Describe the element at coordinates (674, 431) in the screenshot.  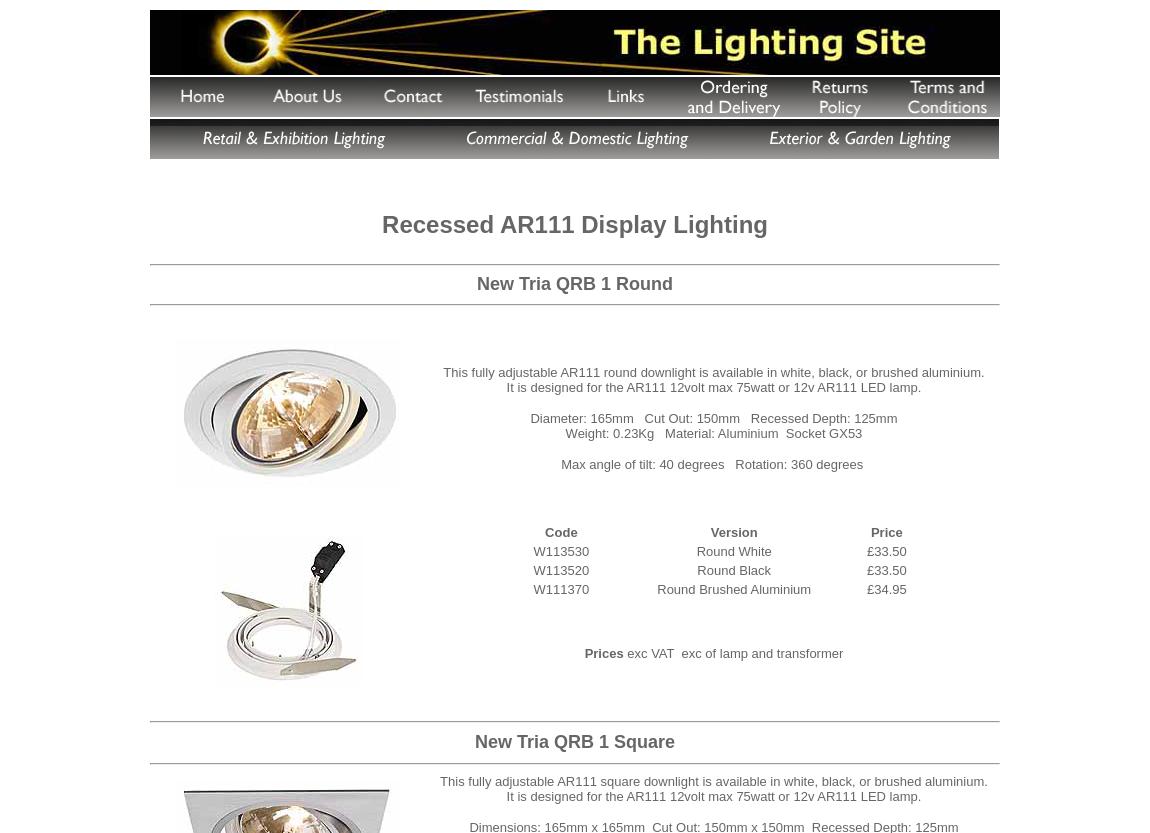
I see `'Weight: 
          0.23Kg   Material: Aluminium'` at that location.